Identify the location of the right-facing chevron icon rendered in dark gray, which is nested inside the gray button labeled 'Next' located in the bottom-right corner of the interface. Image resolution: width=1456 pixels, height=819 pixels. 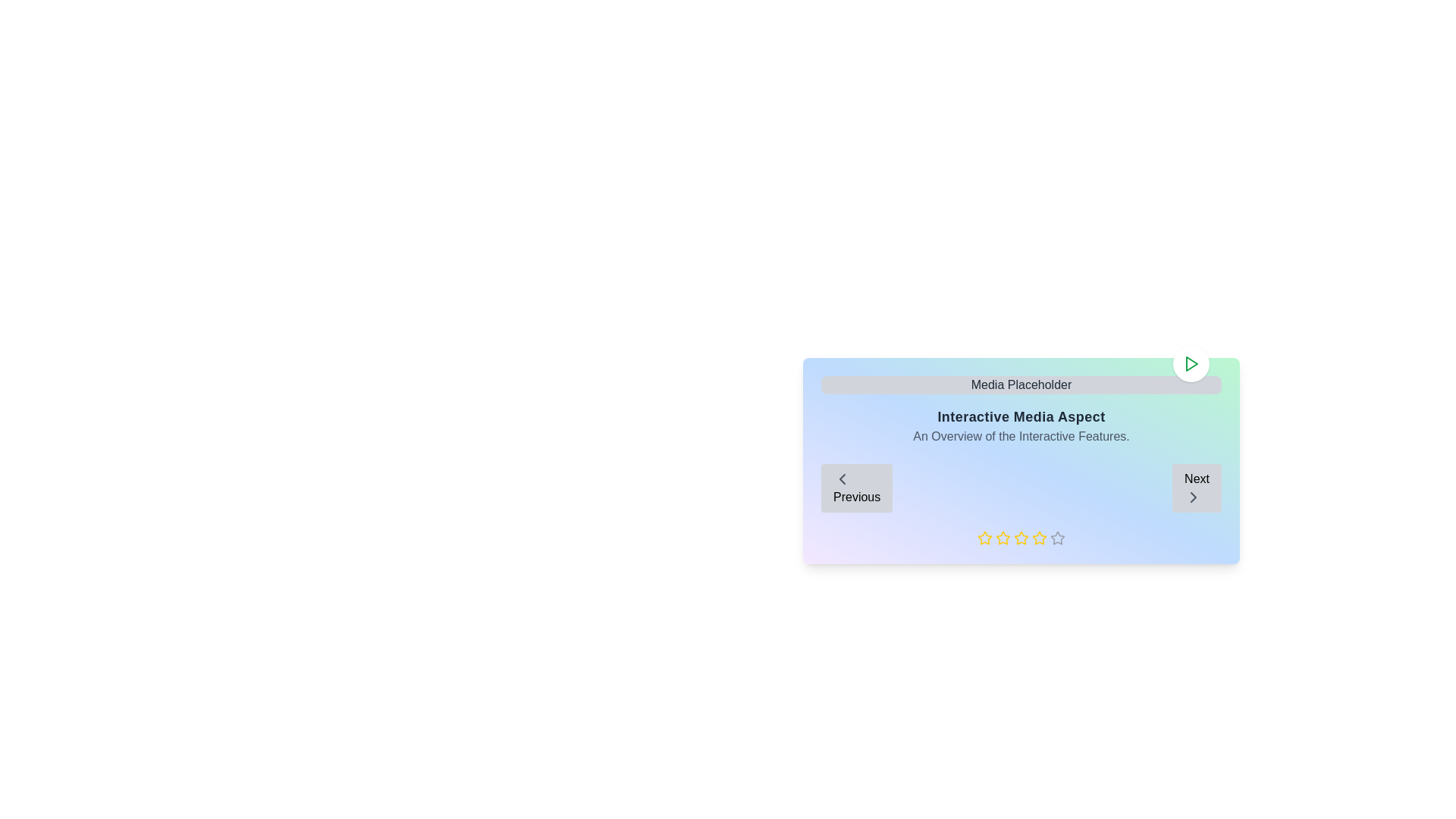
(1193, 497).